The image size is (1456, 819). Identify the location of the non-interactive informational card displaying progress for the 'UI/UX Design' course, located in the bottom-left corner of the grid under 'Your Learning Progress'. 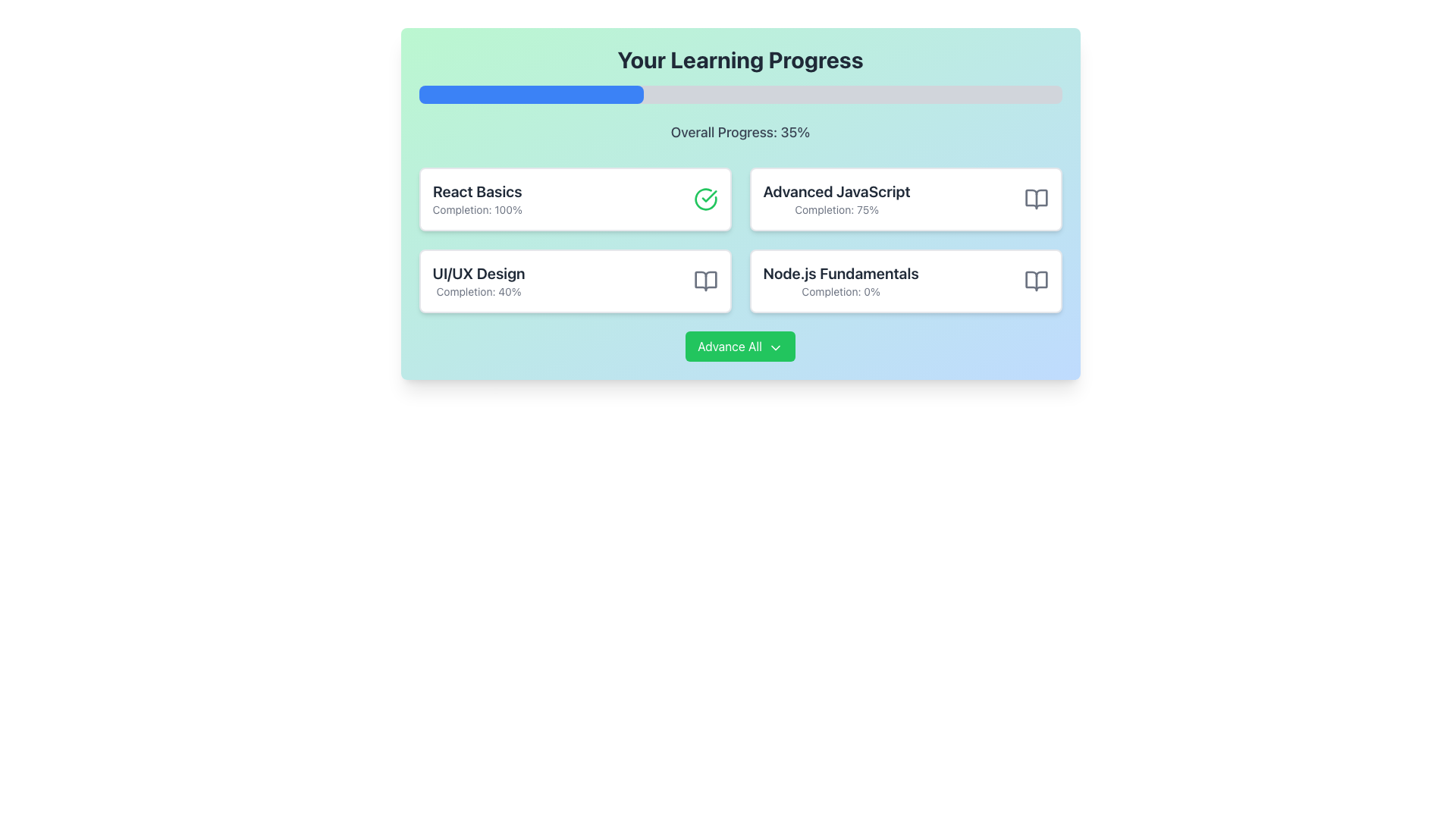
(574, 281).